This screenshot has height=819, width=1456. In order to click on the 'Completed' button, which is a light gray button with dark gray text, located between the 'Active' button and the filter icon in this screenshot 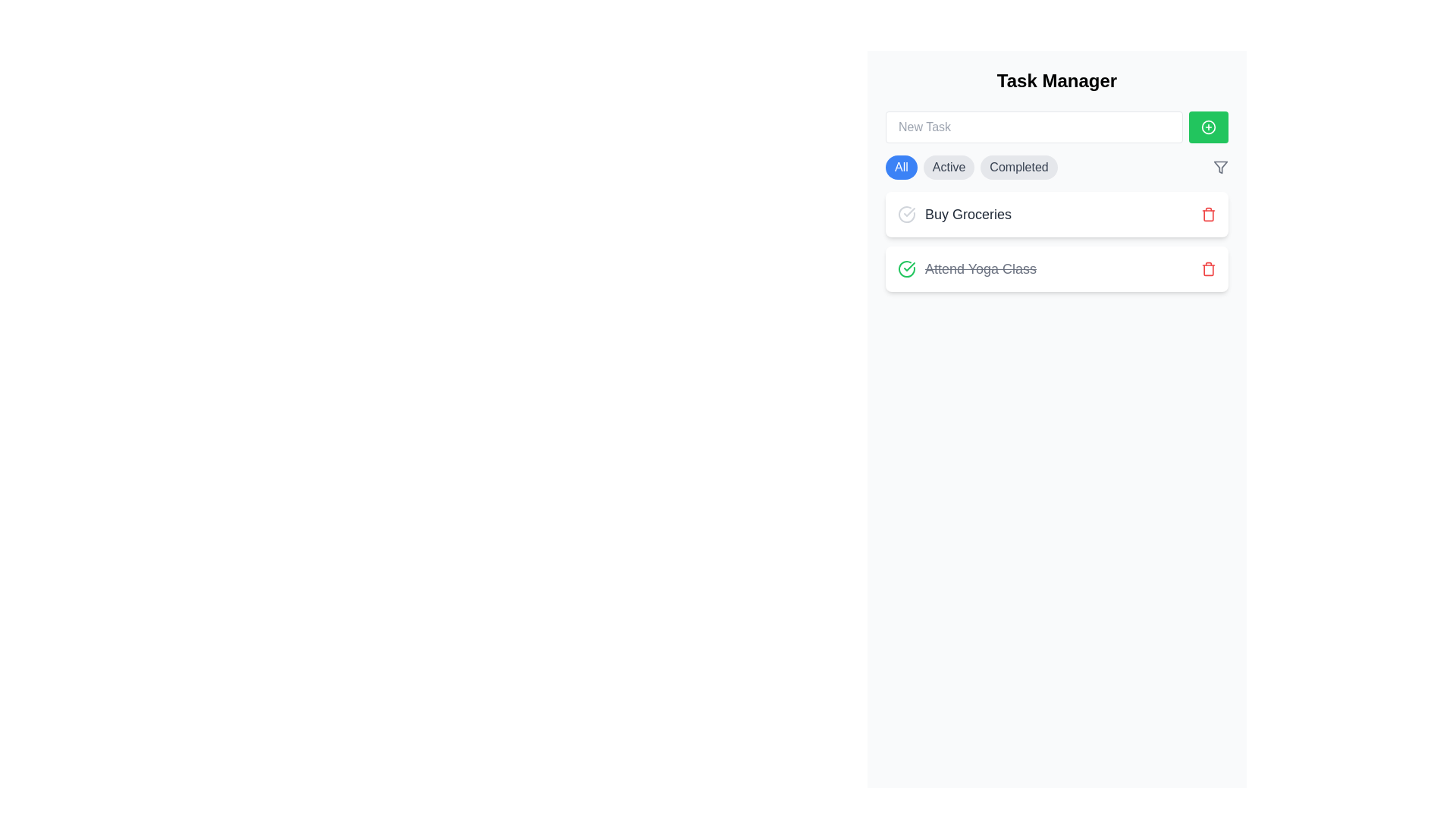, I will do `click(1019, 167)`.